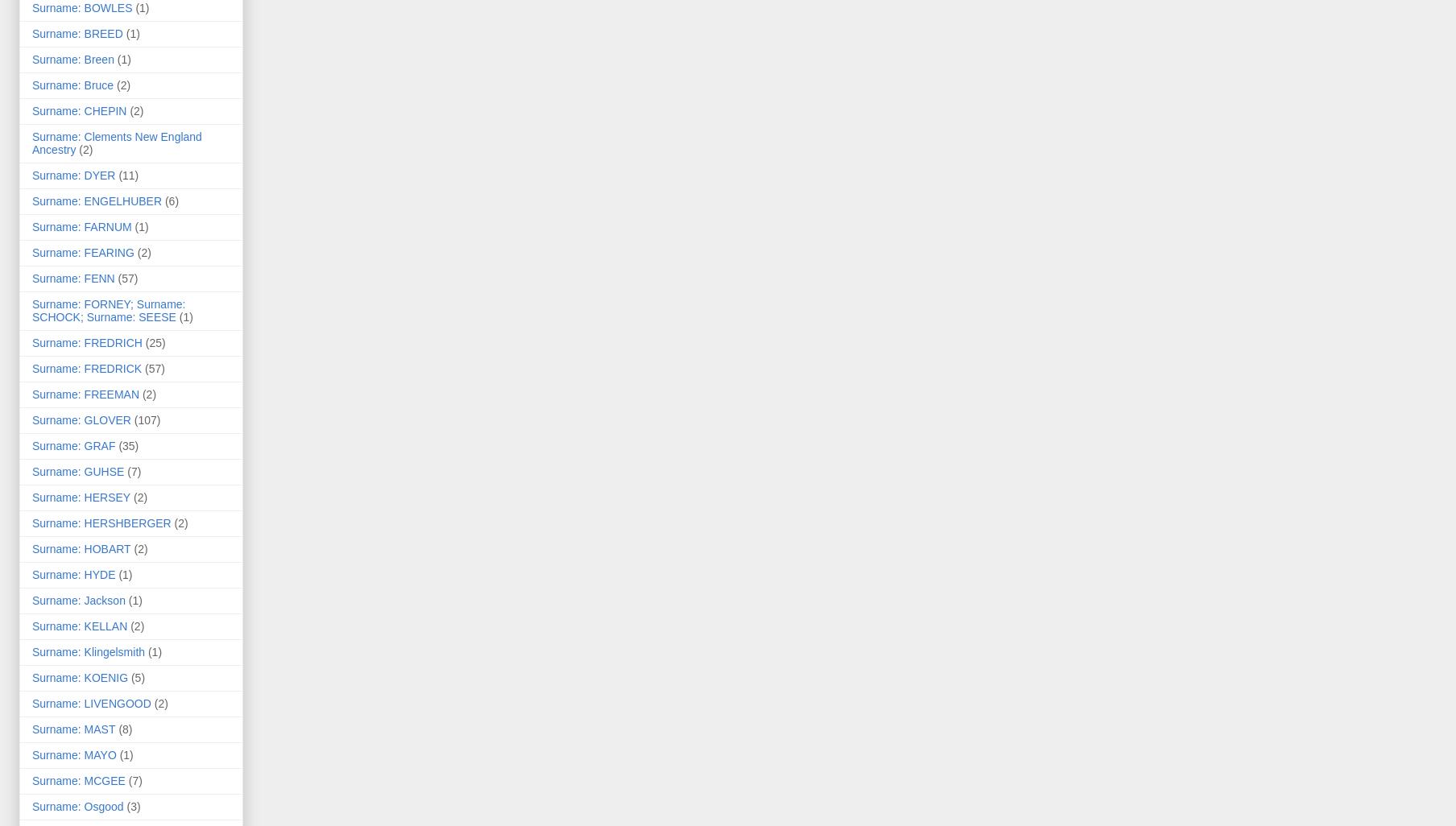 The width and height of the screenshot is (1456, 826). What do you see at coordinates (31, 547) in the screenshot?
I see `'Surname: HOBART'` at bounding box center [31, 547].